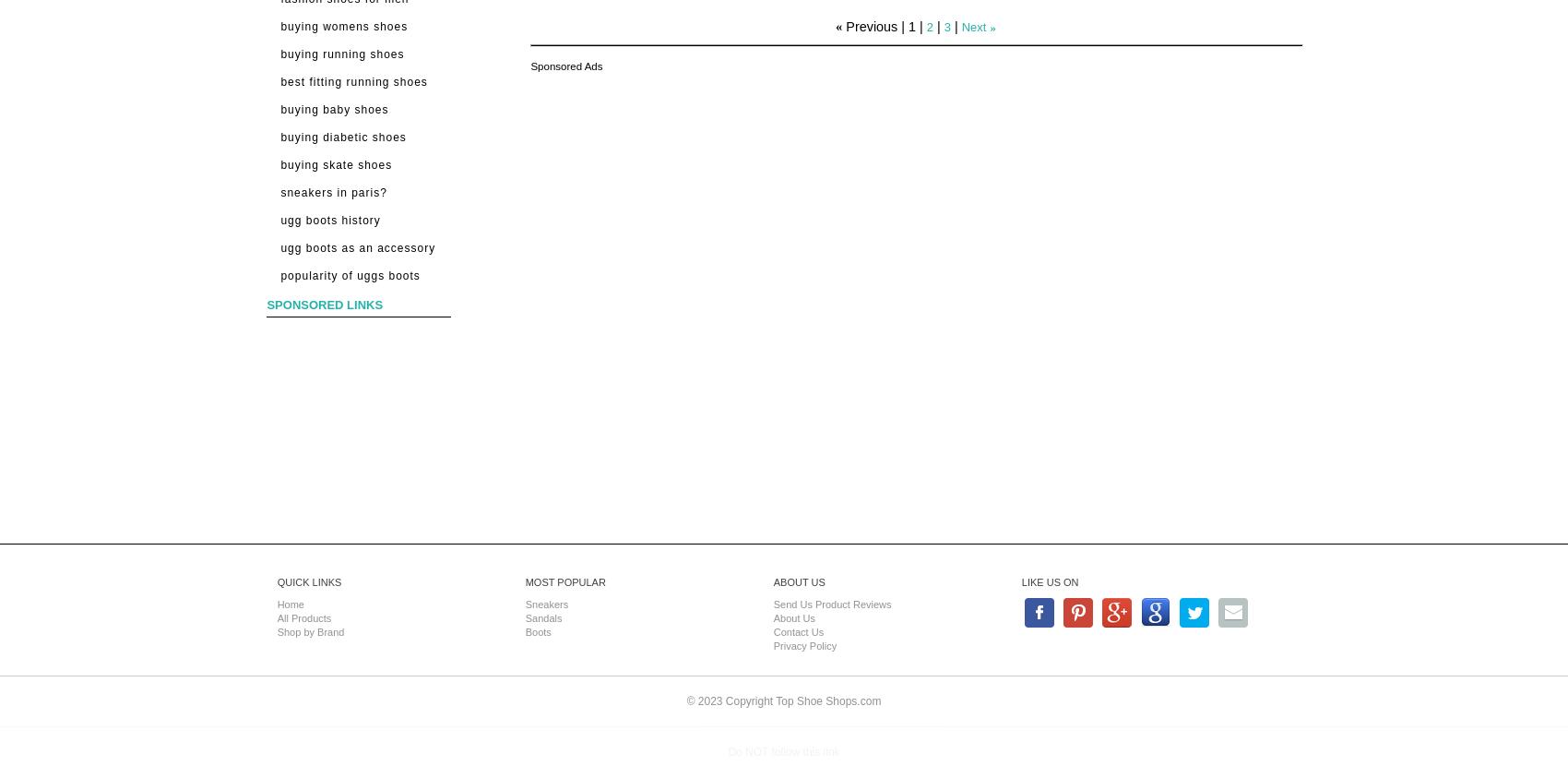 The image size is (1568, 778). What do you see at coordinates (333, 109) in the screenshot?
I see `'Buying Baby Shoes'` at bounding box center [333, 109].